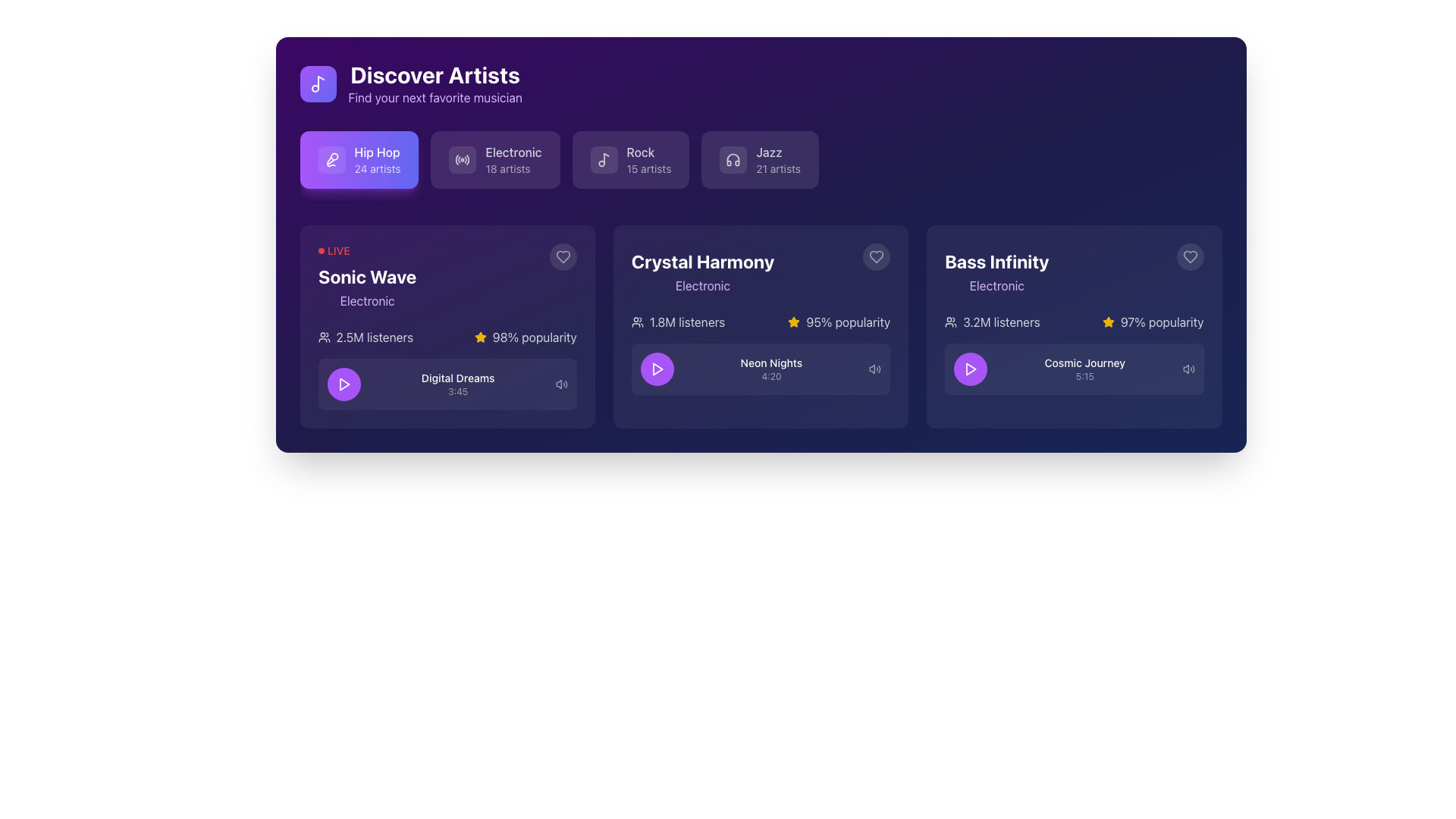  Describe the element at coordinates (462, 160) in the screenshot. I see `the keyboard navigation on the 'Electronic' music category icon located in the second tab under 'Discover Artists', positioned between the 'Hip Hop' and 'Rock' tabs` at that location.